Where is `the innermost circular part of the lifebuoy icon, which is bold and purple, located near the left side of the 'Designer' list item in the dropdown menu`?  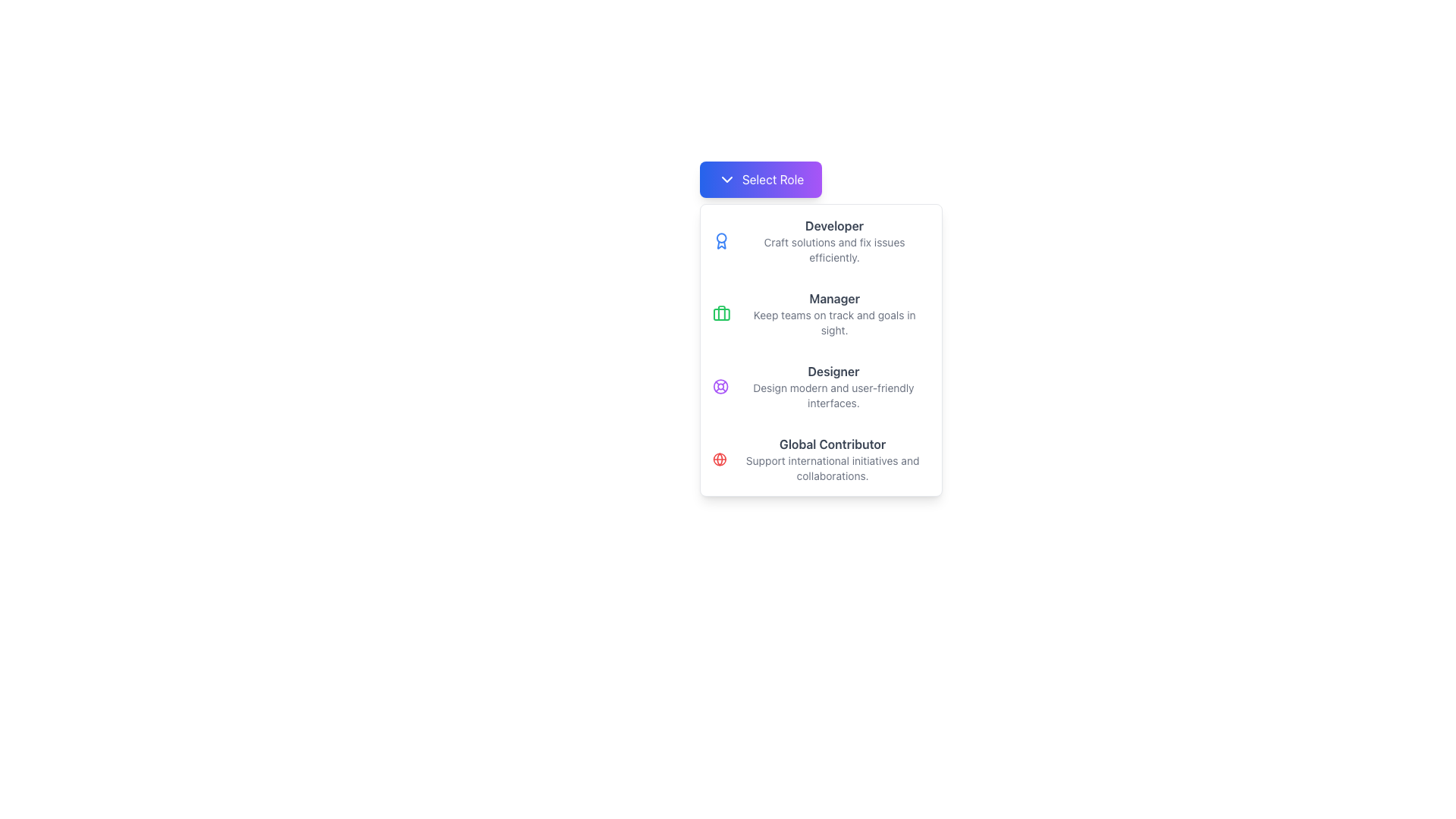
the innermost circular part of the lifebuoy icon, which is bold and purple, located near the left side of the 'Designer' list item in the dropdown menu is located at coordinates (720, 385).